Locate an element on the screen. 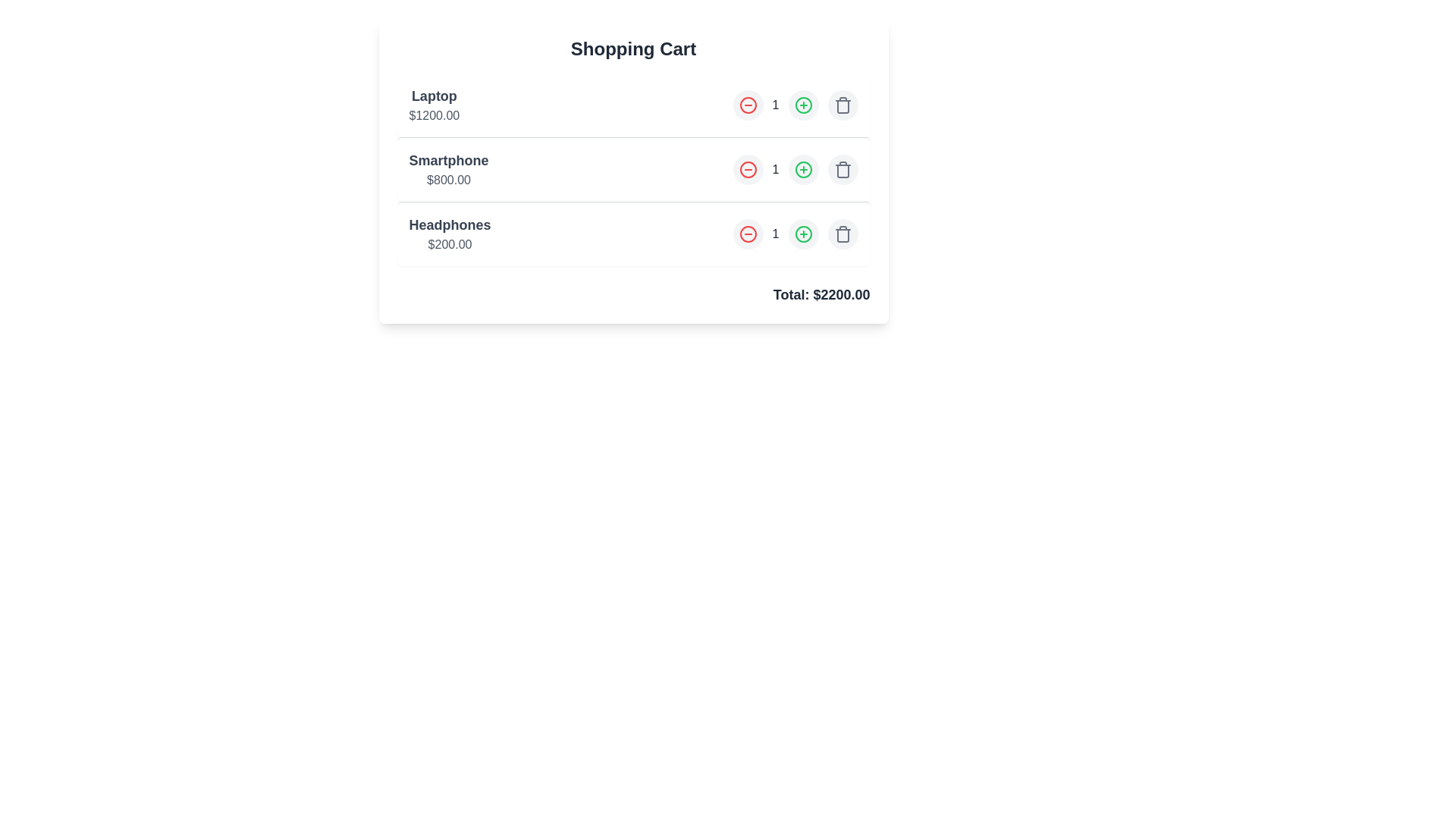 The width and height of the screenshot is (1456, 819). '+' button next to the specified item to increase its quantity by one is located at coordinates (802, 104).